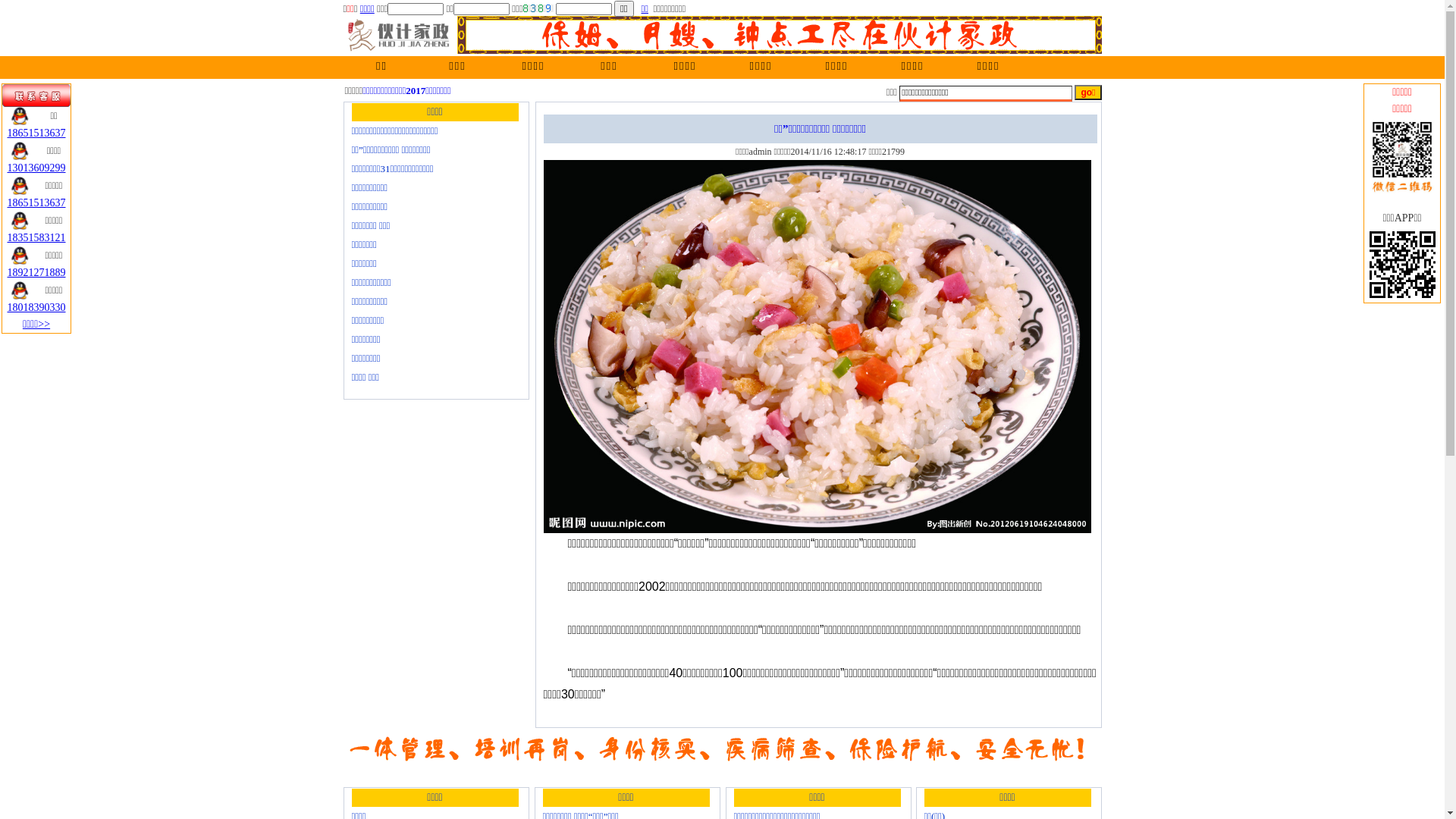  I want to click on '18651513637', so click(7, 132).